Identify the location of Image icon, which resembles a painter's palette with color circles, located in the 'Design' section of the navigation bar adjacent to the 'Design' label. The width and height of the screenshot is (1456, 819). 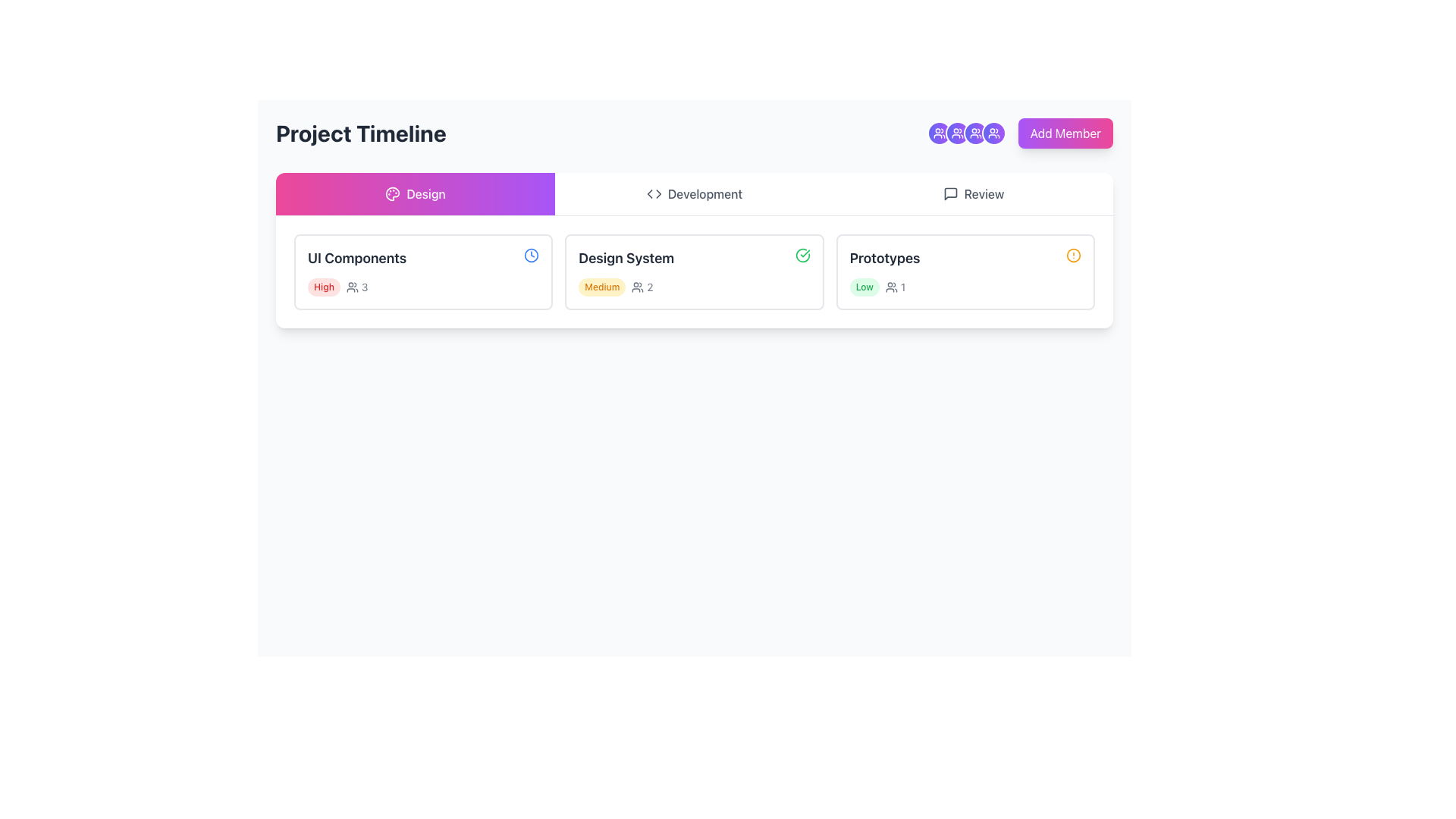
(393, 193).